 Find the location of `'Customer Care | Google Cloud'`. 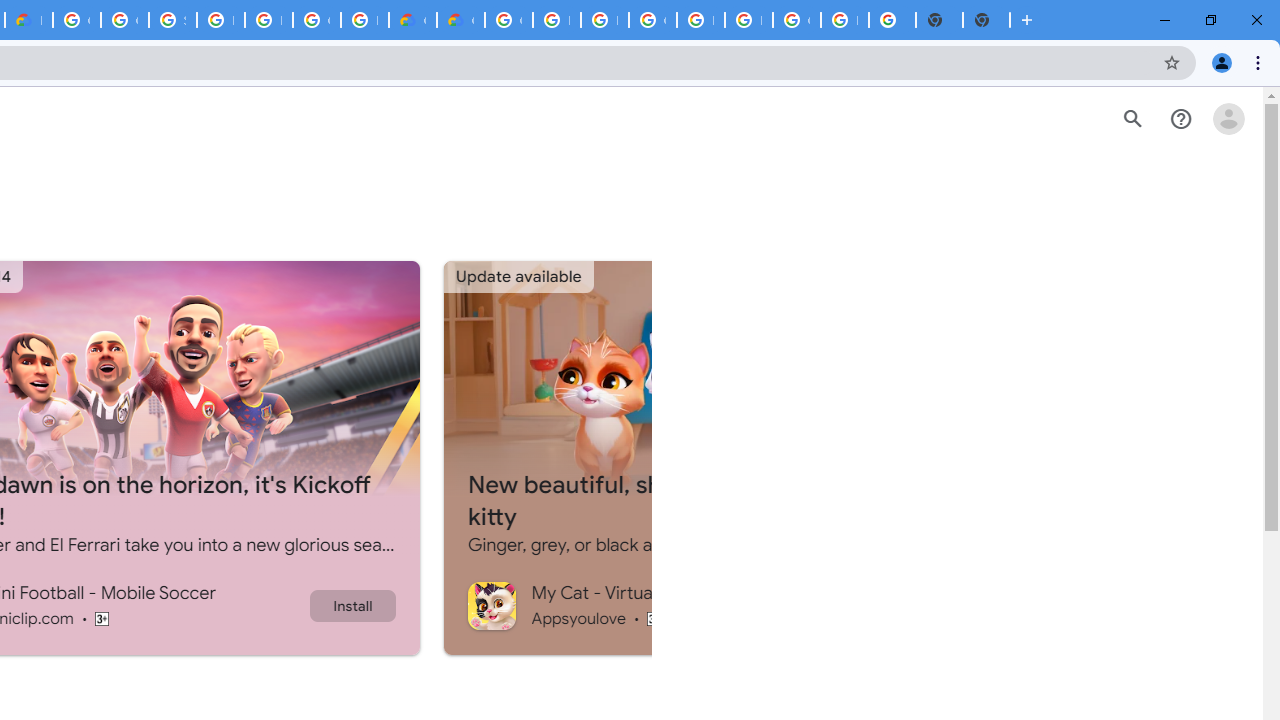

'Customer Care | Google Cloud' is located at coordinates (411, 20).